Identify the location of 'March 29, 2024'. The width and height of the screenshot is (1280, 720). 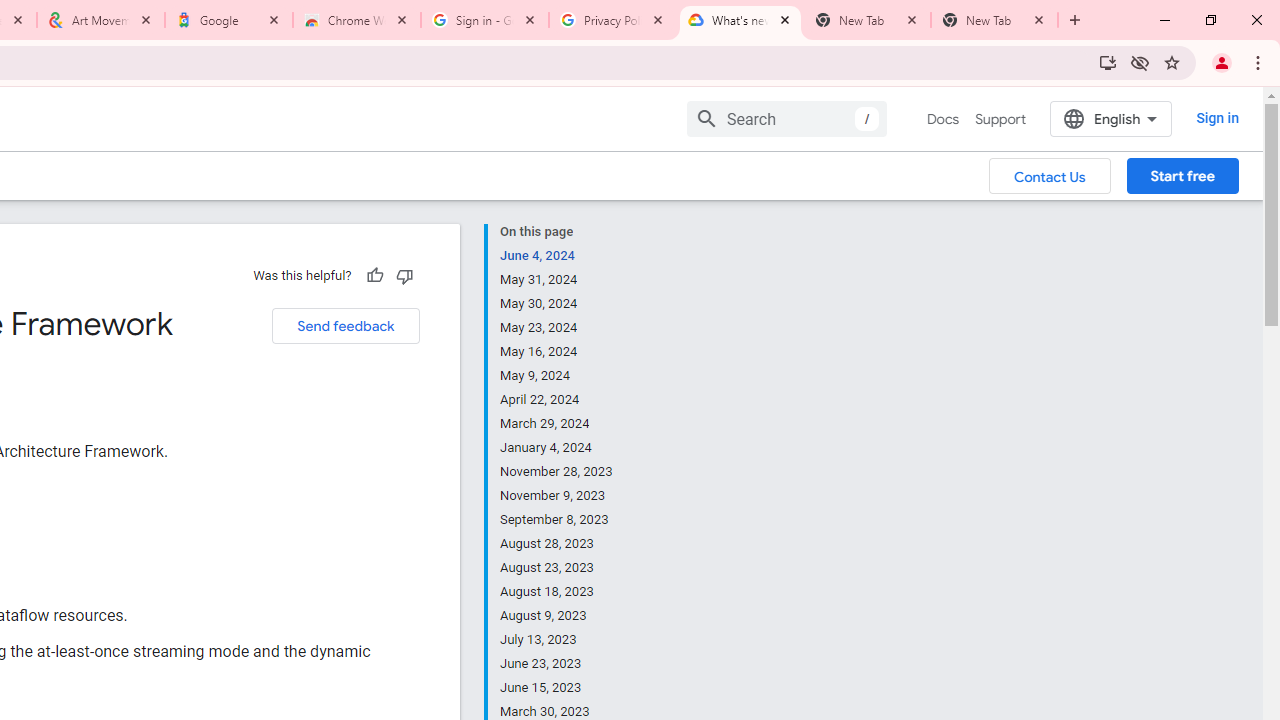
(557, 423).